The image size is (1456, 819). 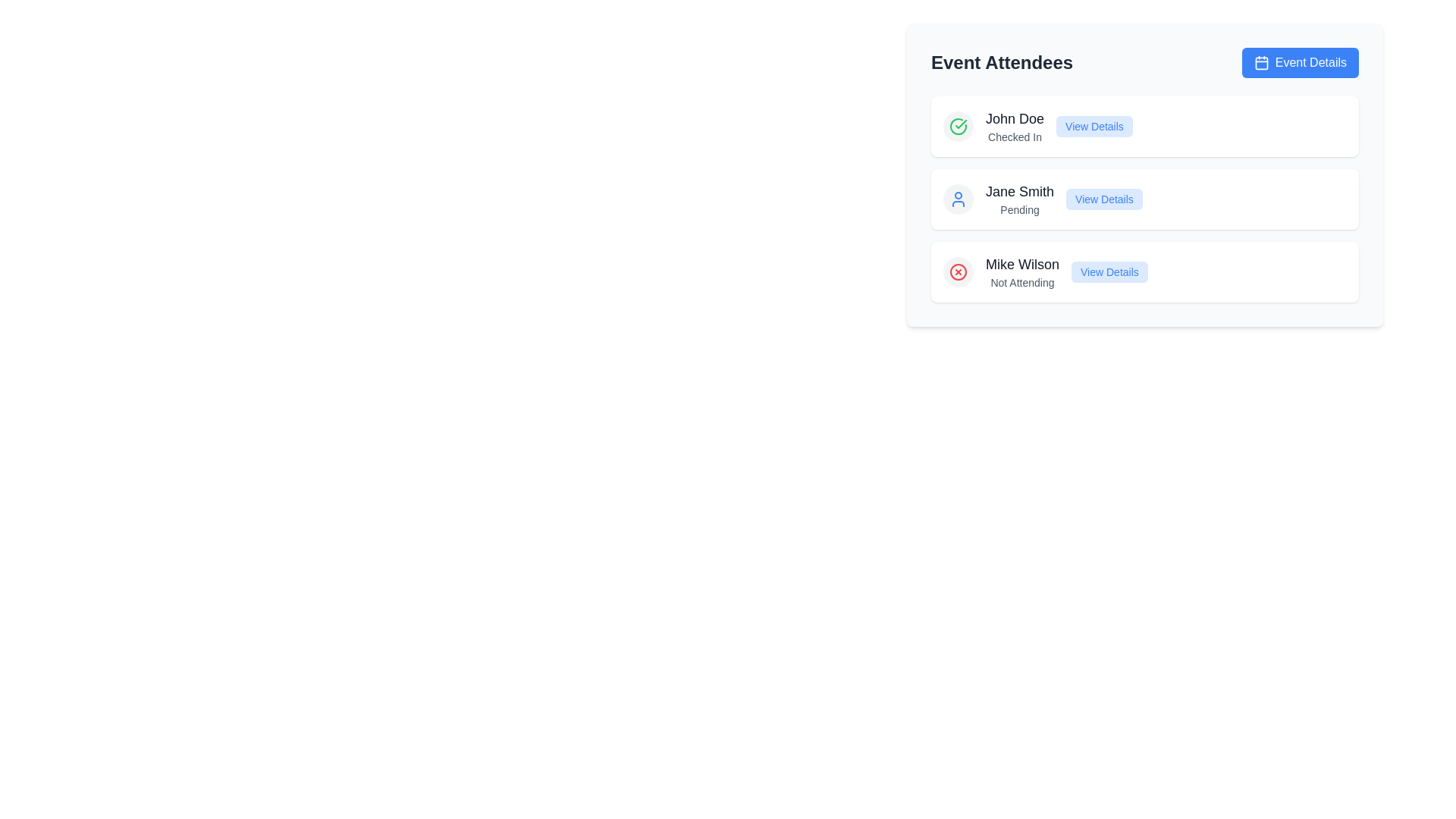 I want to click on the status indicator text label that shows 'John Doe' has checked into the event, located beneath the 'John Doe' text in the attendee list, so click(x=1015, y=137).